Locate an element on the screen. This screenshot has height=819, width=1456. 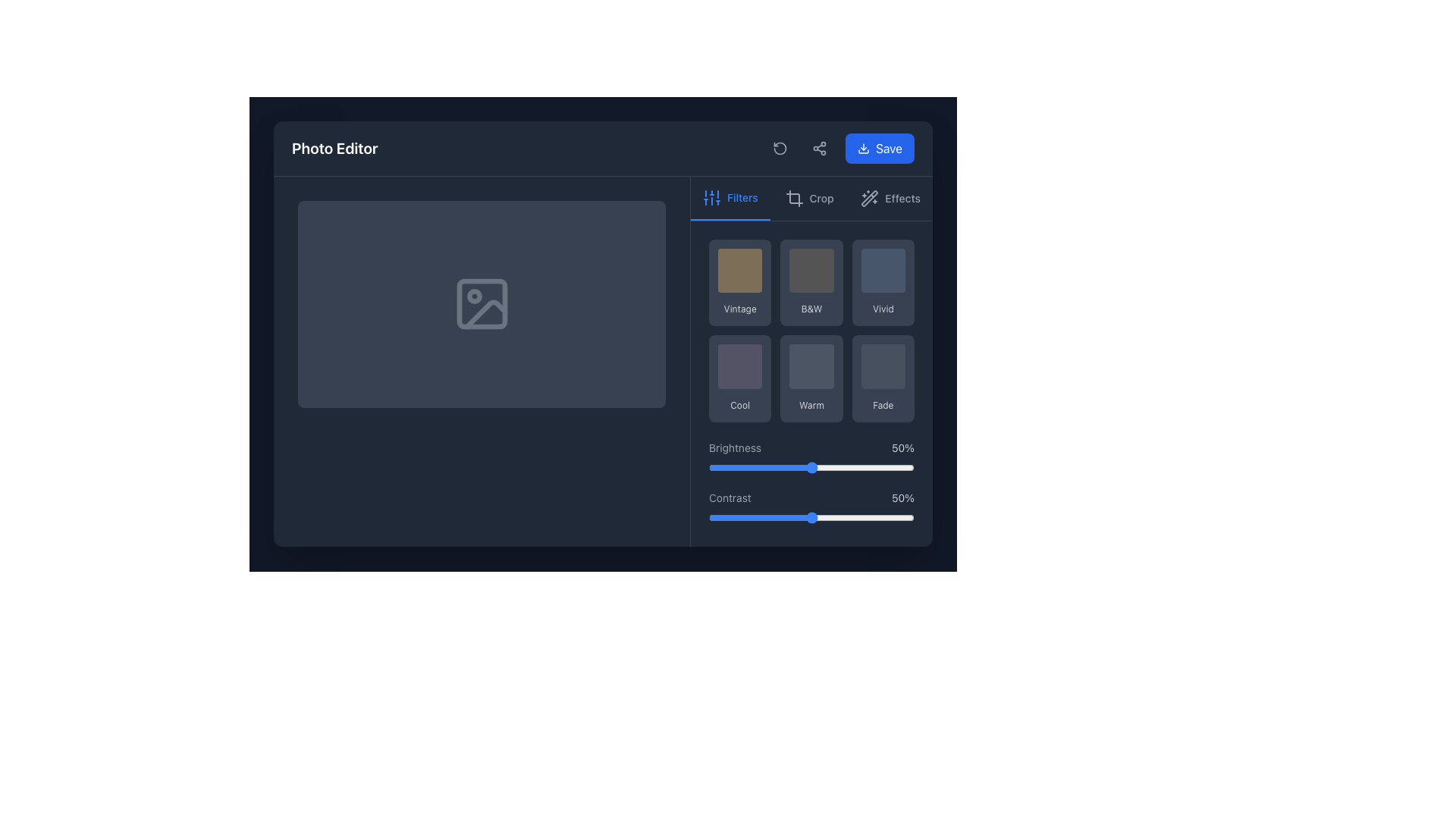
the 'Warm' filter tile, which is a rounded square tile with a dark gray background located in the middle of the bottom row of a 3x2 grid under the 'Filters' tab is located at coordinates (811, 383).